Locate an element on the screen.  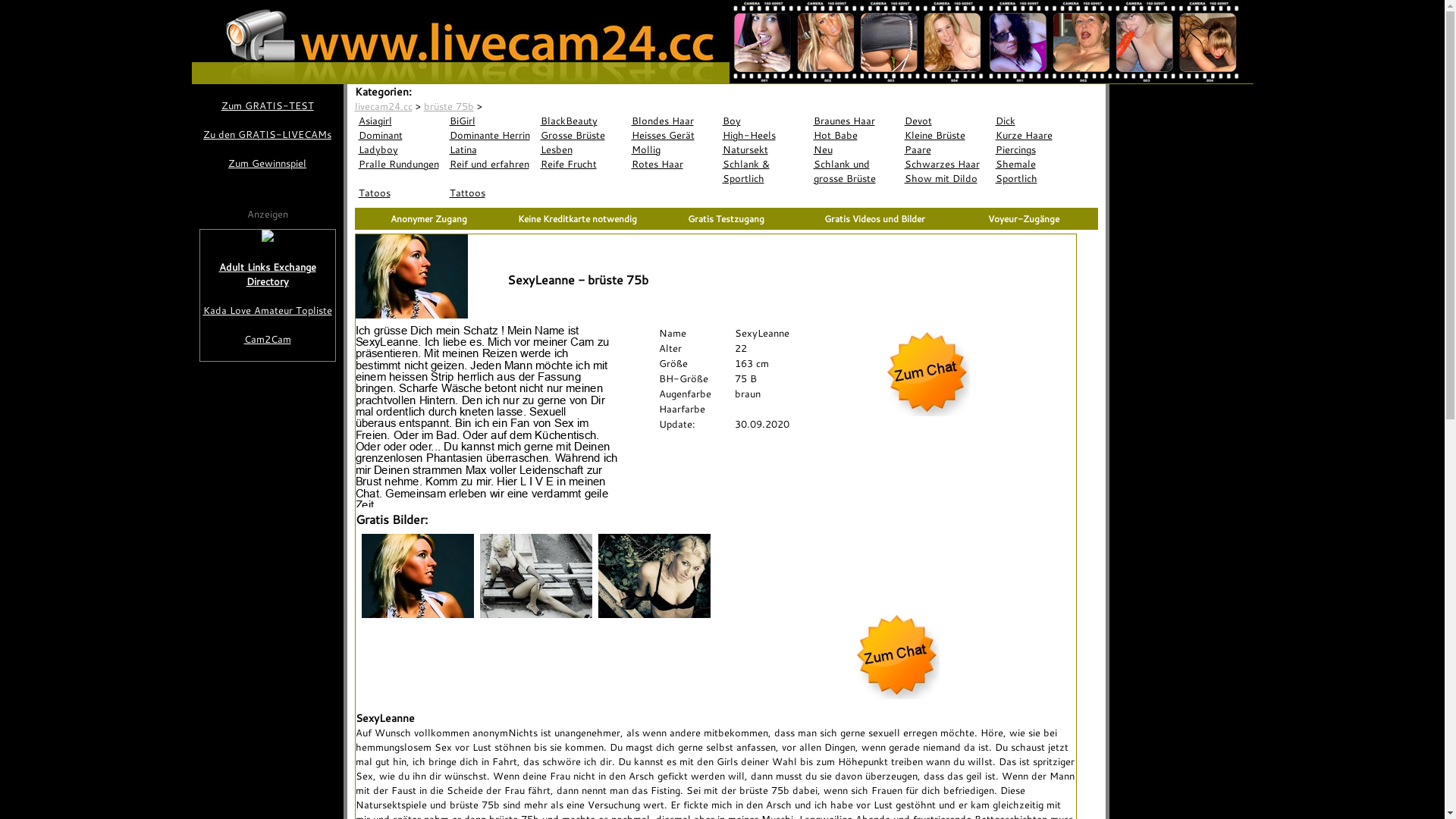
'Shemale' is located at coordinates (1037, 164).